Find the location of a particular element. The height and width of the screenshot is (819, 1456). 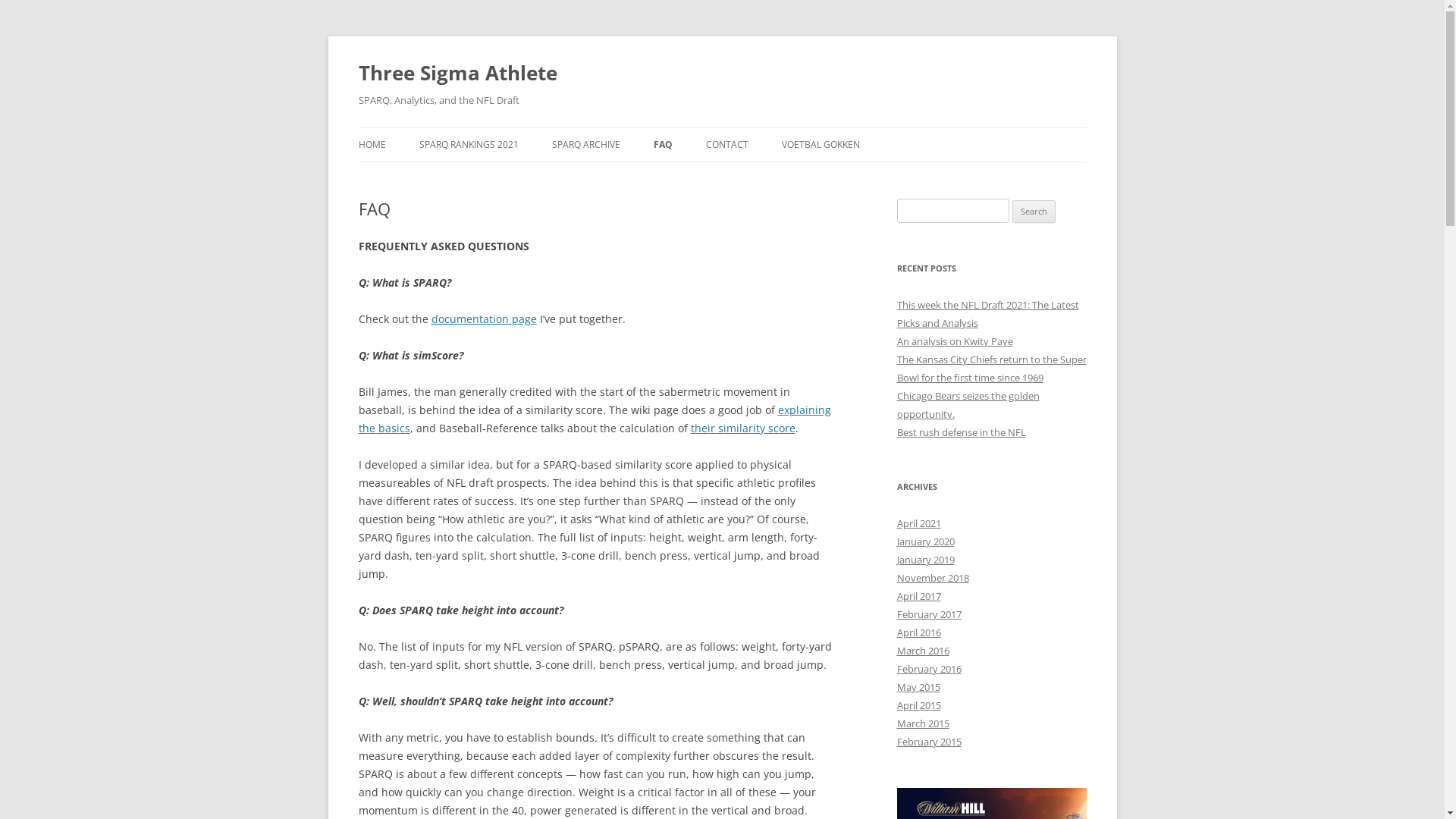

'March 2016' is located at coordinates (921, 649).